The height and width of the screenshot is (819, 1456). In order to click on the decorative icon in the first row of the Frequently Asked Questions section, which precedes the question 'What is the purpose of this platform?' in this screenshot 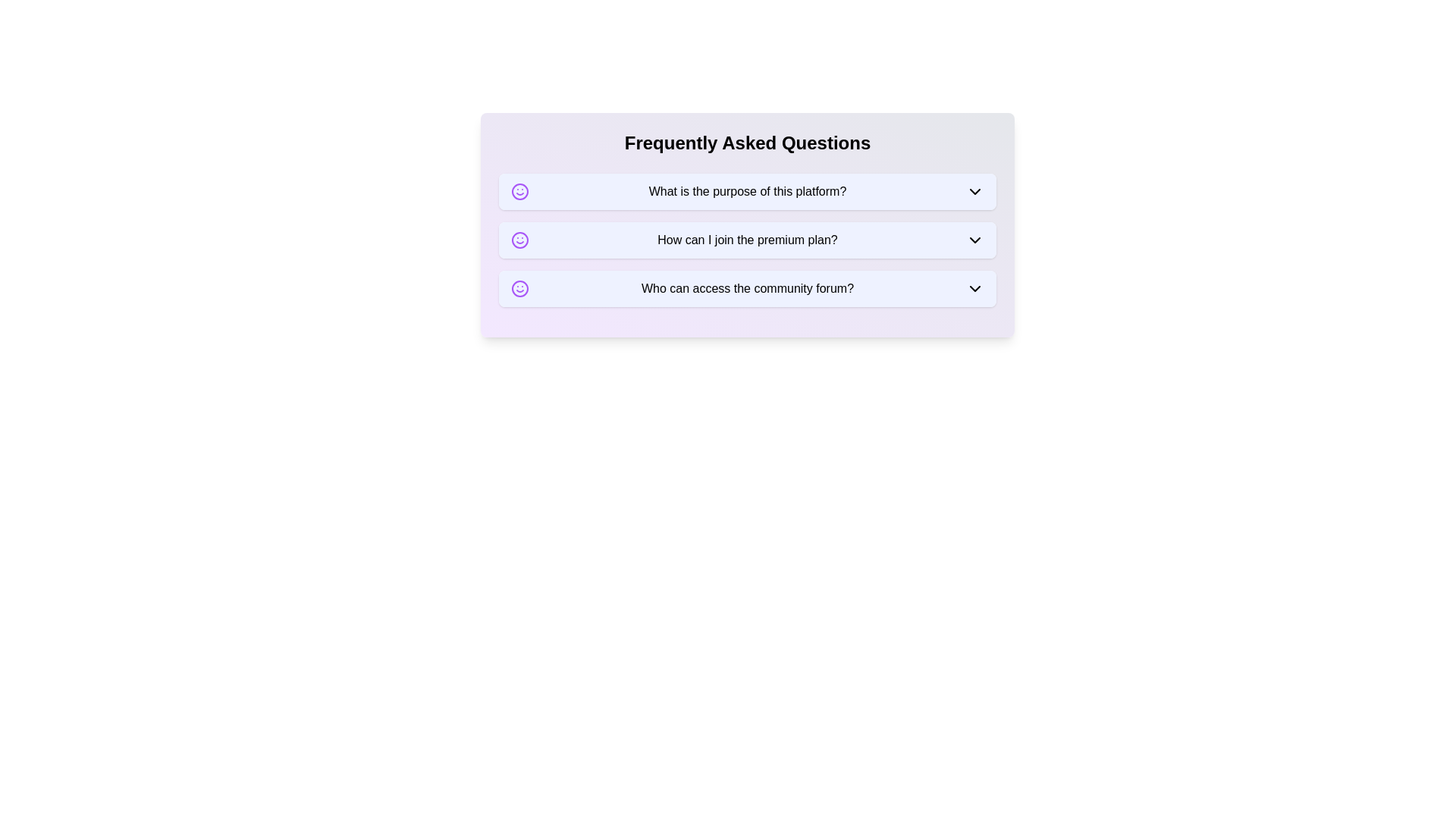, I will do `click(520, 191)`.